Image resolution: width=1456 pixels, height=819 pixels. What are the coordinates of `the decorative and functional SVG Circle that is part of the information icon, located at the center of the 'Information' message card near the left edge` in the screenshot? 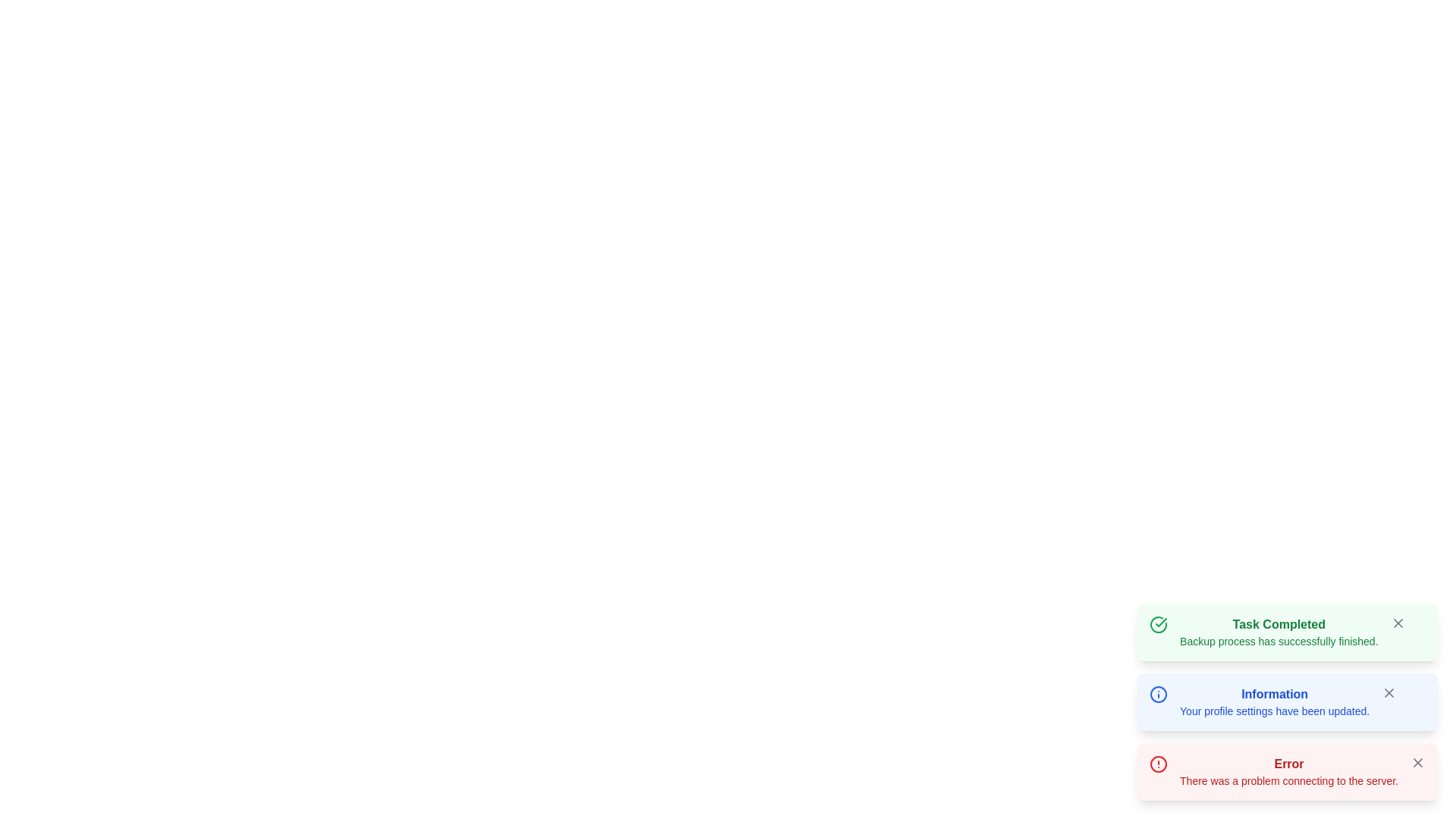 It's located at (1158, 694).